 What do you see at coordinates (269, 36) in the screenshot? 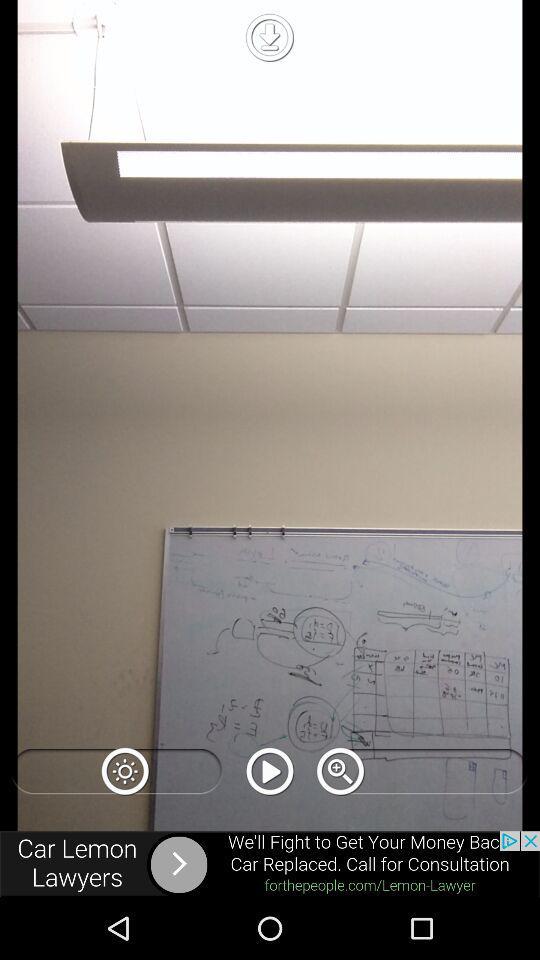
I see `download` at bounding box center [269, 36].